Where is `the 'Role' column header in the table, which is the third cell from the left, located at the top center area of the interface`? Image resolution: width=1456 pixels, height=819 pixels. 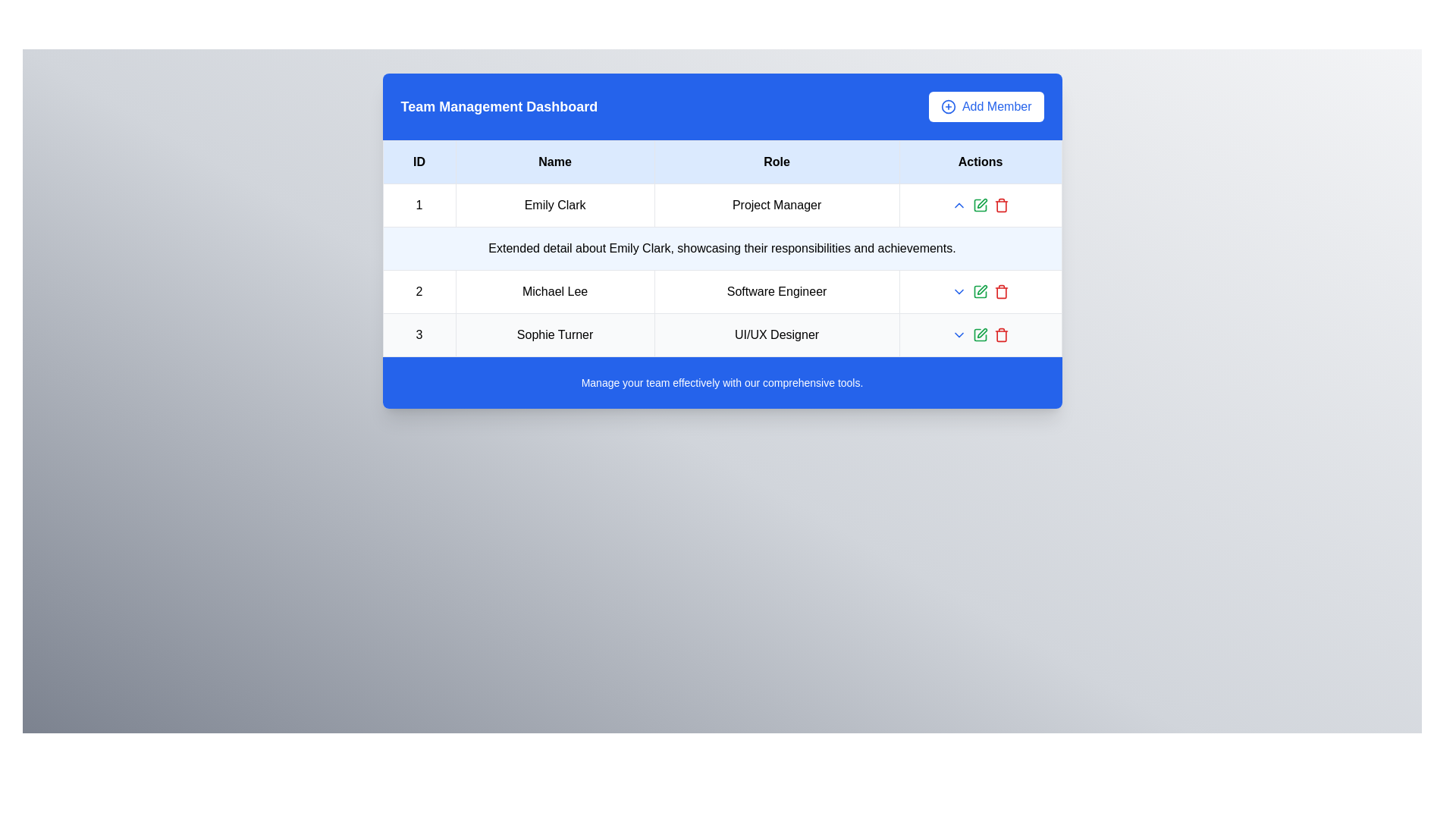
the 'Role' column header in the table, which is the third cell from the left, located at the top center area of the interface is located at coordinates (777, 162).